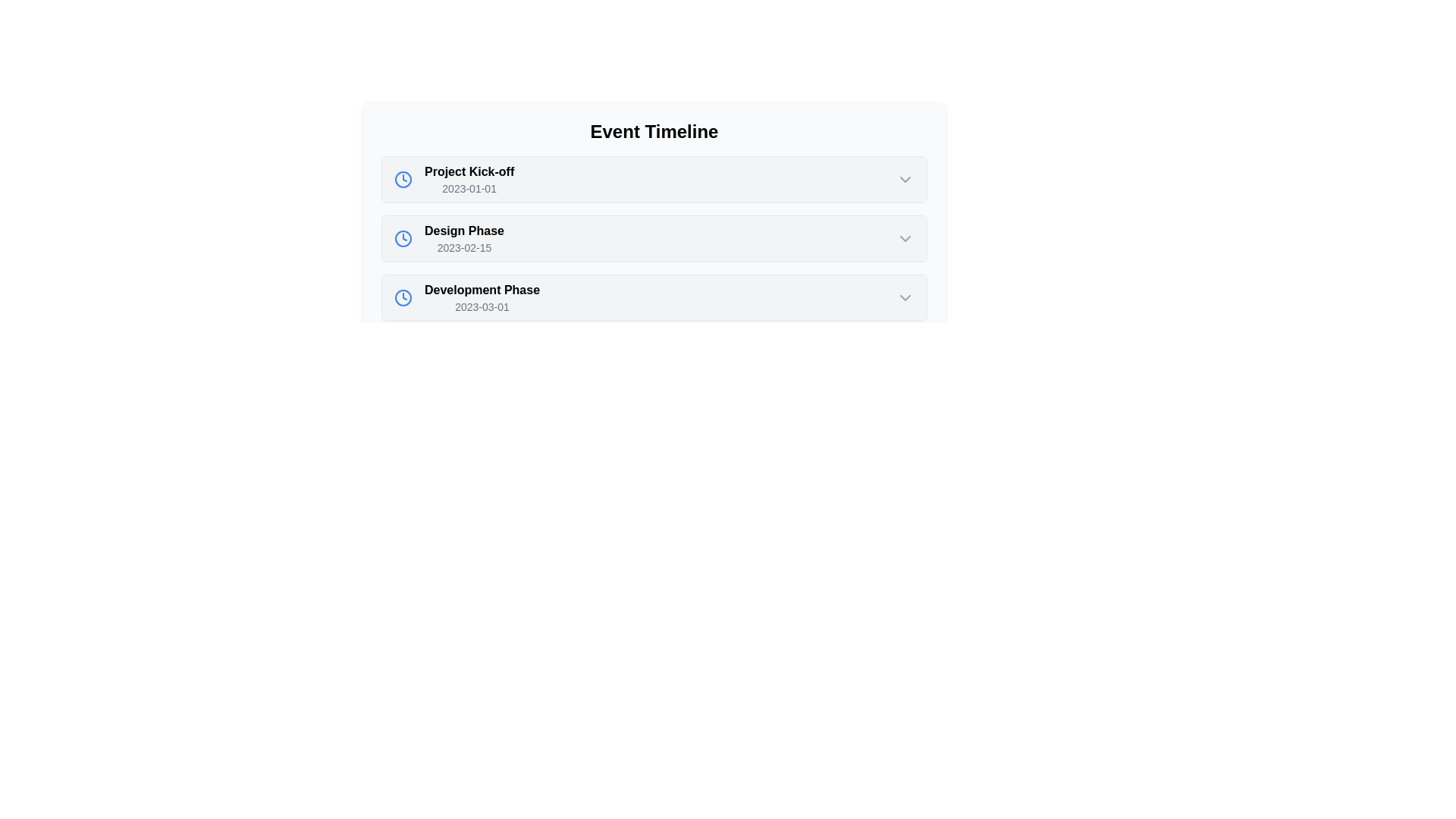  What do you see at coordinates (466, 298) in the screenshot?
I see `the Text Display with Icon that shows 'Development Phase' and includes a blue clock icon, located in the event timeline` at bounding box center [466, 298].